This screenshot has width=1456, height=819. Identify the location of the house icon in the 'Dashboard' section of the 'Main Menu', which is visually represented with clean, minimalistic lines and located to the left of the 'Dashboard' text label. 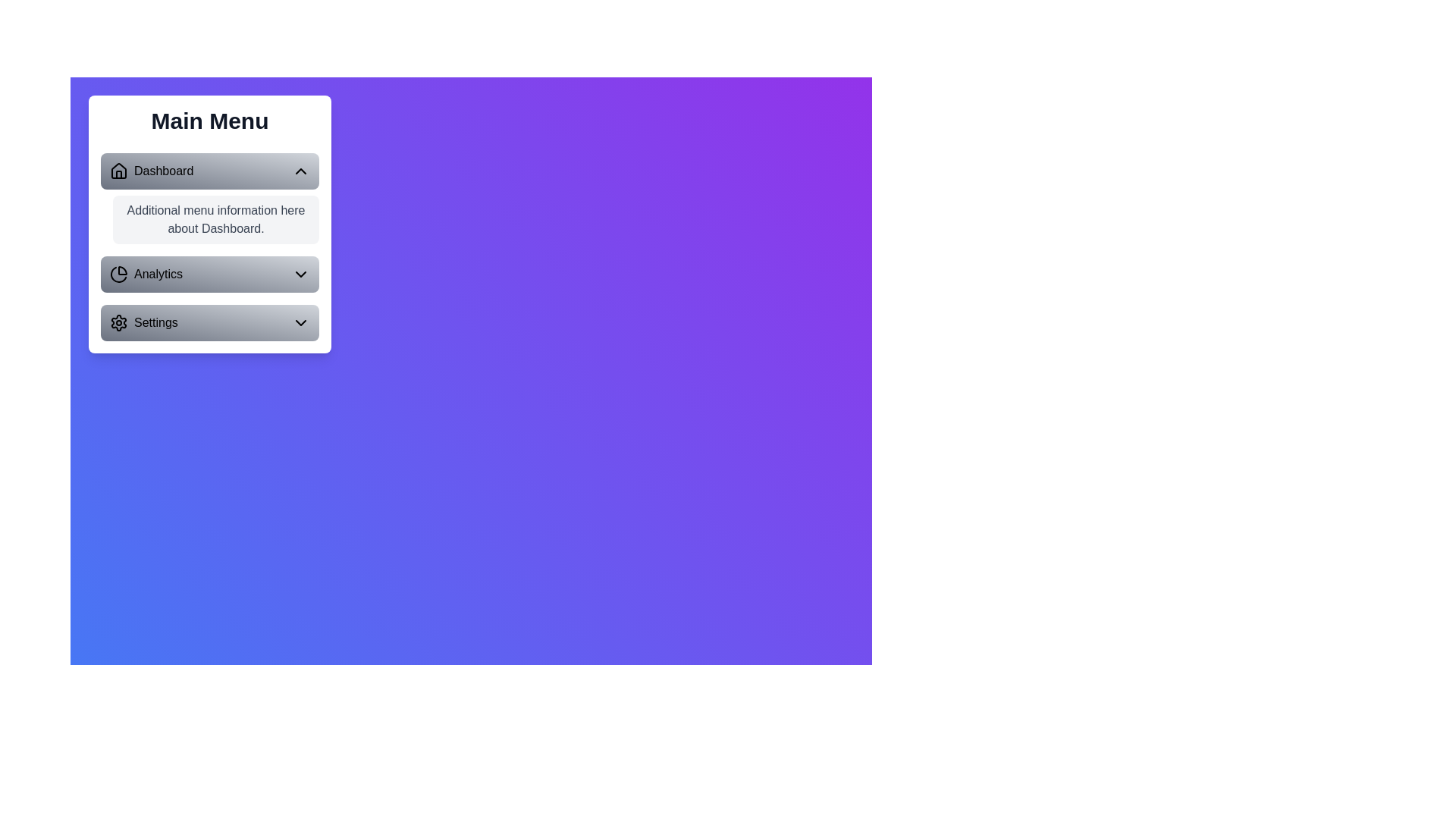
(118, 170).